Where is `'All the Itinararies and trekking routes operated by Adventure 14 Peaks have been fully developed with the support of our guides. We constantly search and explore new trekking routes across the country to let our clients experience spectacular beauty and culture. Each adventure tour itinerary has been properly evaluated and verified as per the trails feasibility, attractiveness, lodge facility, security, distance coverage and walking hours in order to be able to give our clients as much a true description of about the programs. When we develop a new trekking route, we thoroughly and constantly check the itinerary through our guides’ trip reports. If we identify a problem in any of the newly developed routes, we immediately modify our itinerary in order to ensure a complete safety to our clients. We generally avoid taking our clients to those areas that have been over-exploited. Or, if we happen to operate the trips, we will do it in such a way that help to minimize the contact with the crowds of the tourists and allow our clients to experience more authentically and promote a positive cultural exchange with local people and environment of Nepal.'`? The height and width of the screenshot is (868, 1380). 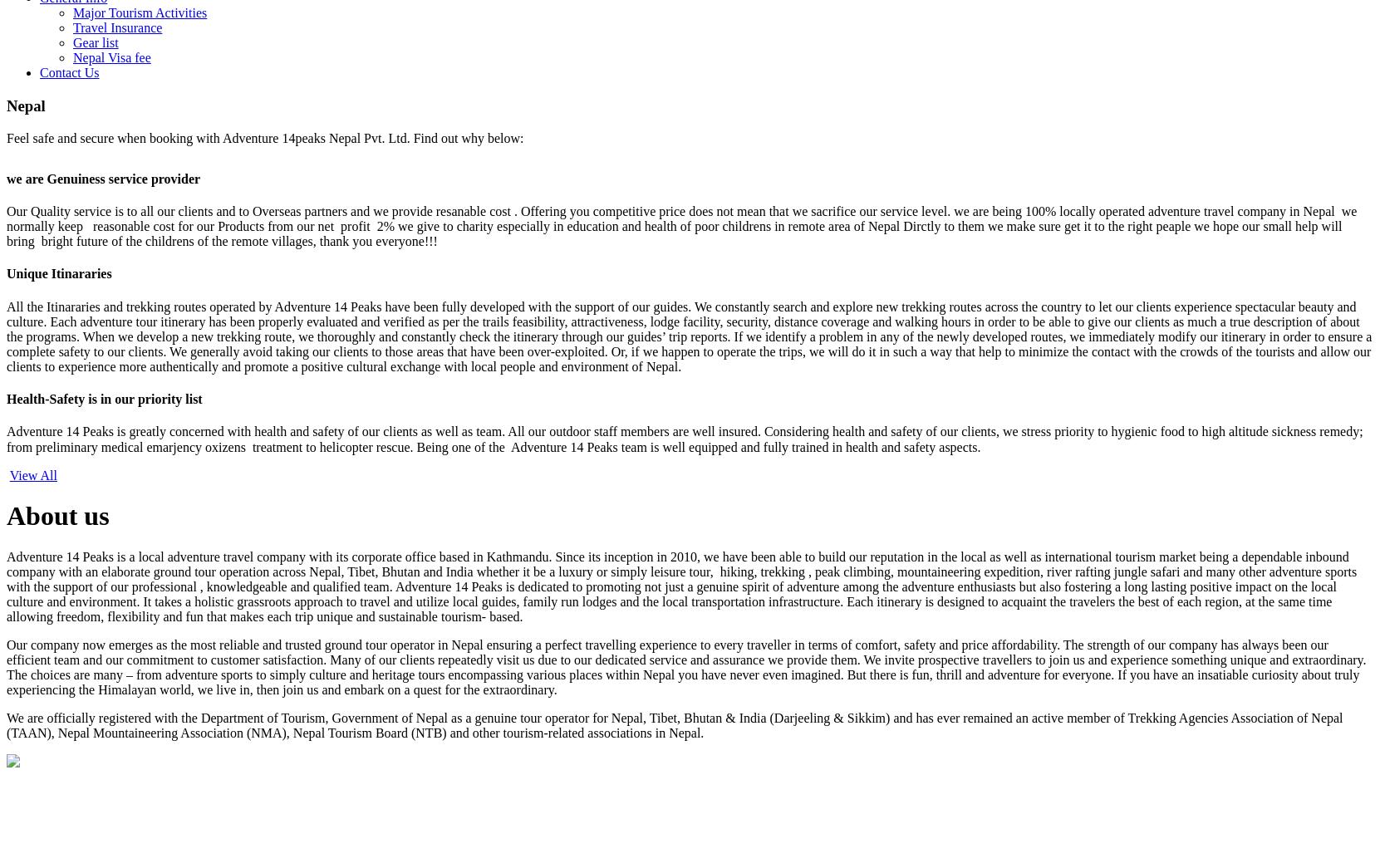
'All the Itinararies and trekking routes operated by Adventure 14 Peaks have been fully developed with the support of our guides. We constantly search and explore new trekking routes across the country to let our clients experience spectacular beauty and culture. Each adventure tour itinerary has been properly evaluated and verified as per the trails feasibility, attractiveness, lodge facility, security, distance coverage and walking hours in order to be able to give our clients as much a true description of about the programs. When we develop a new trekking route, we thoroughly and constantly check the itinerary through our guides’ trip reports. If we identify a problem in any of the newly developed routes, we immediately modify our itinerary in order to ensure a complete safety to our clients. We generally avoid taking our clients to those areas that have been over-exploited. Or, if we happen to operate the trips, we will do it in such a way that help to minimize the contact with the crowds of the tourists and allow our clients to experience more authentically and promote a positive cultural exchange with local people and environment of Nepal.' is located at coordinates (688, 335).